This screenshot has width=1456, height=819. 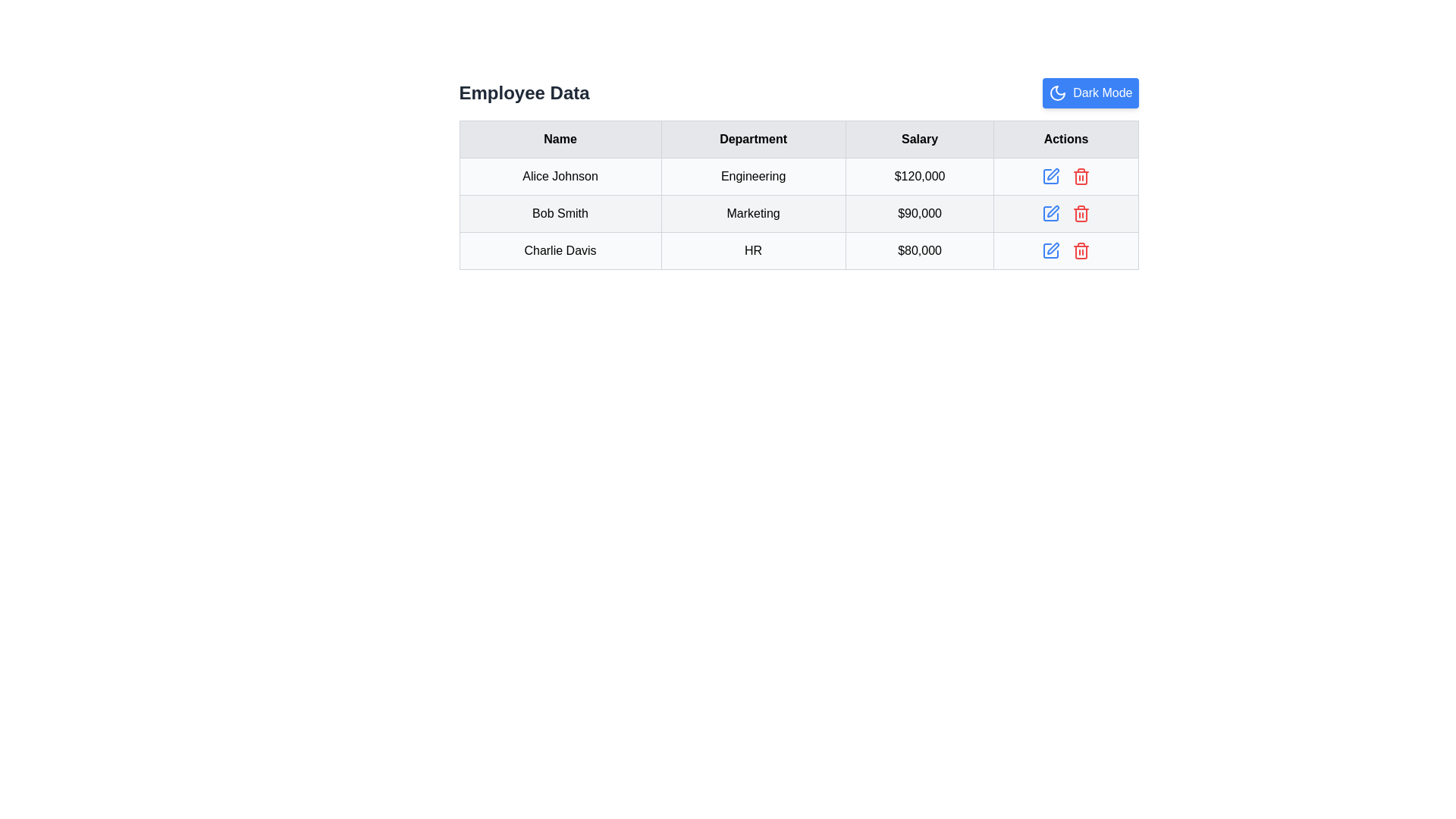 I want to click on the text field displaying 'Charlie Davis' which is located in the third row of the table under the 'Name' column, so click(x=560, y=250).